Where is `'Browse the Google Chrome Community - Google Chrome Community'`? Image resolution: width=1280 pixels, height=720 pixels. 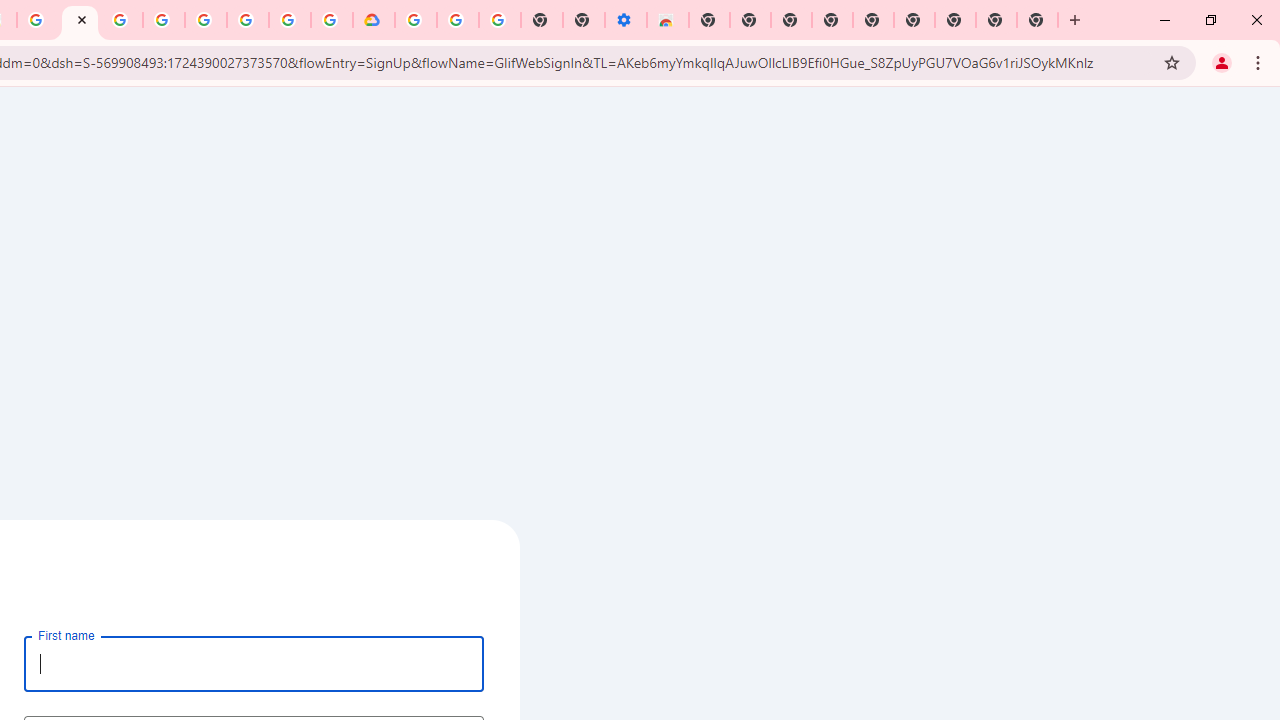
'Browse the Google Chrome Community - Google Chrome Community' is located at coordinates (332, 20).